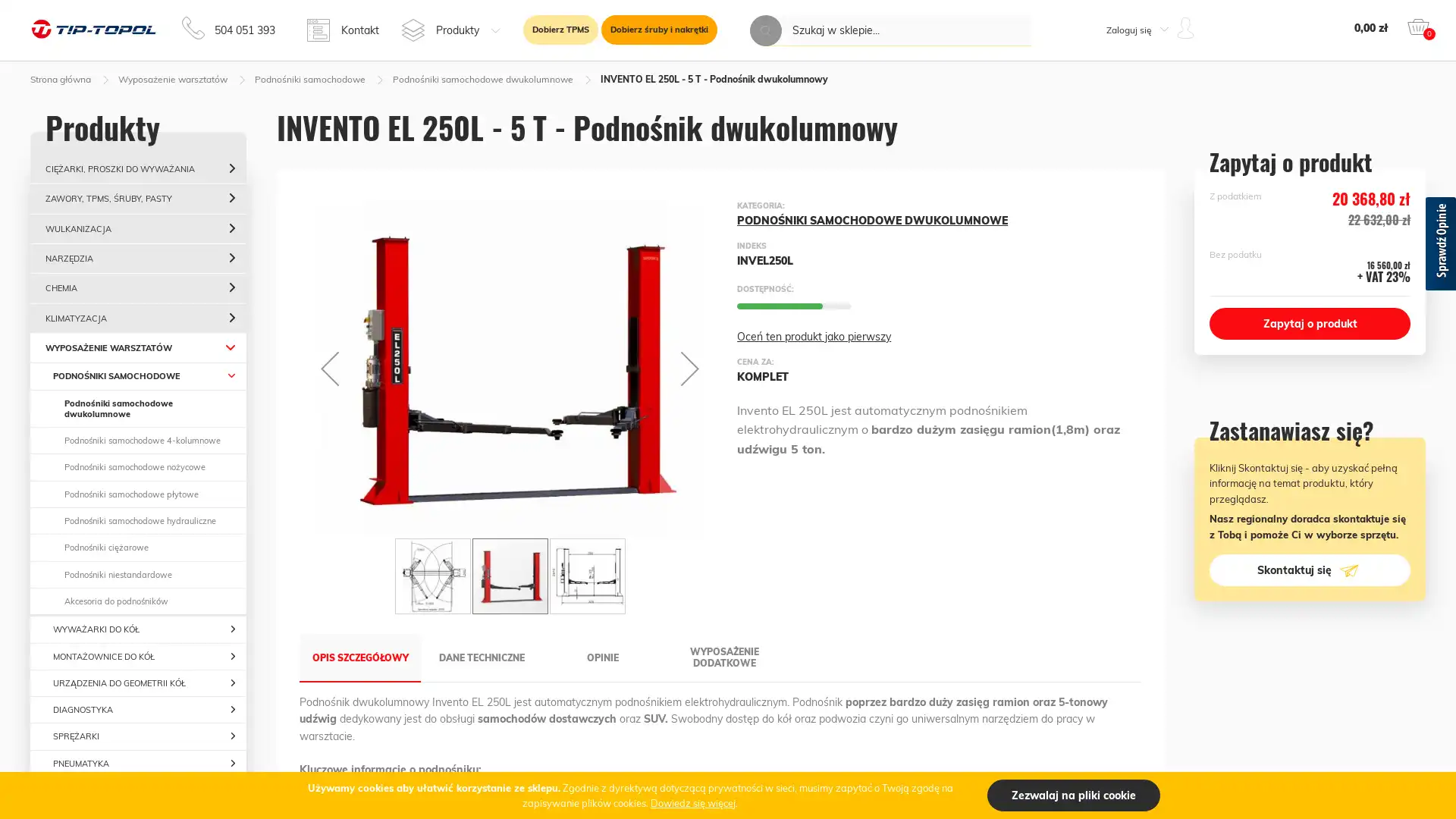 This screenshot has width=1456, height=819. I want to click on Szukaj, so click(765, 30).